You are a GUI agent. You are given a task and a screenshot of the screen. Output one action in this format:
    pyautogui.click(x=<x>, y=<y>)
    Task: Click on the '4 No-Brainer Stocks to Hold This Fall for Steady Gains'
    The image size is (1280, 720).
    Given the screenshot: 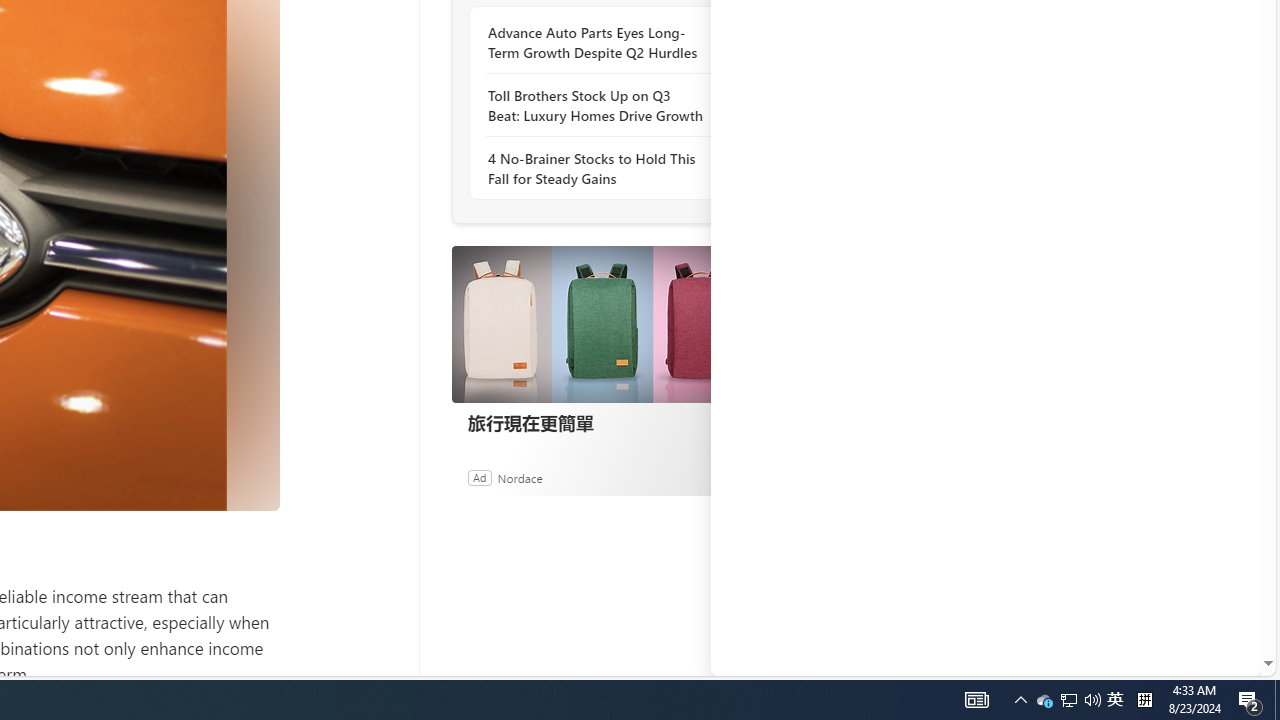 What is the action you would take?
    pyautogui.click(x=595, y=167)
    